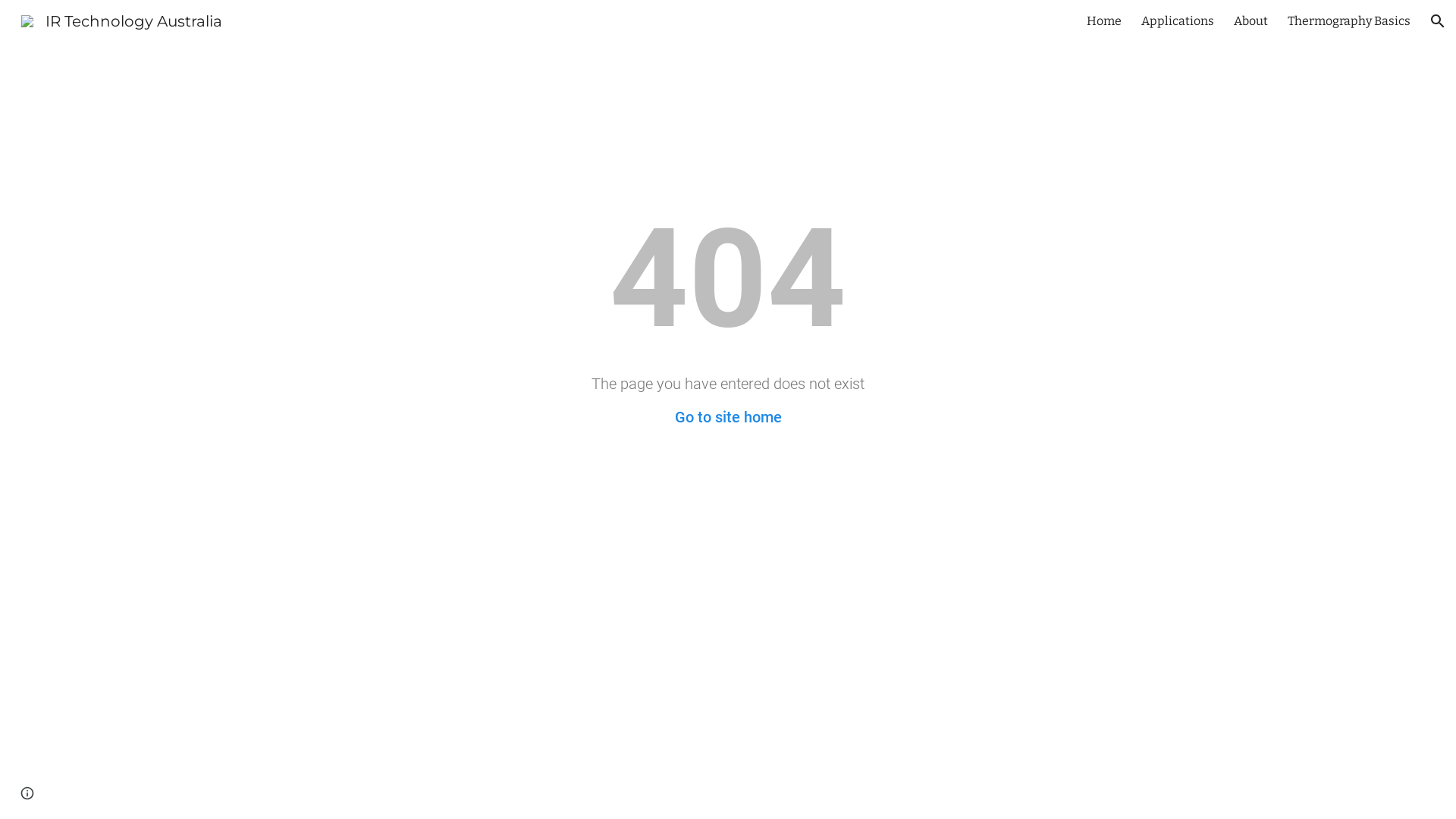 The height and width of the screenshot is (819, 1456). I want to click on 'About', so click(1234, 20).